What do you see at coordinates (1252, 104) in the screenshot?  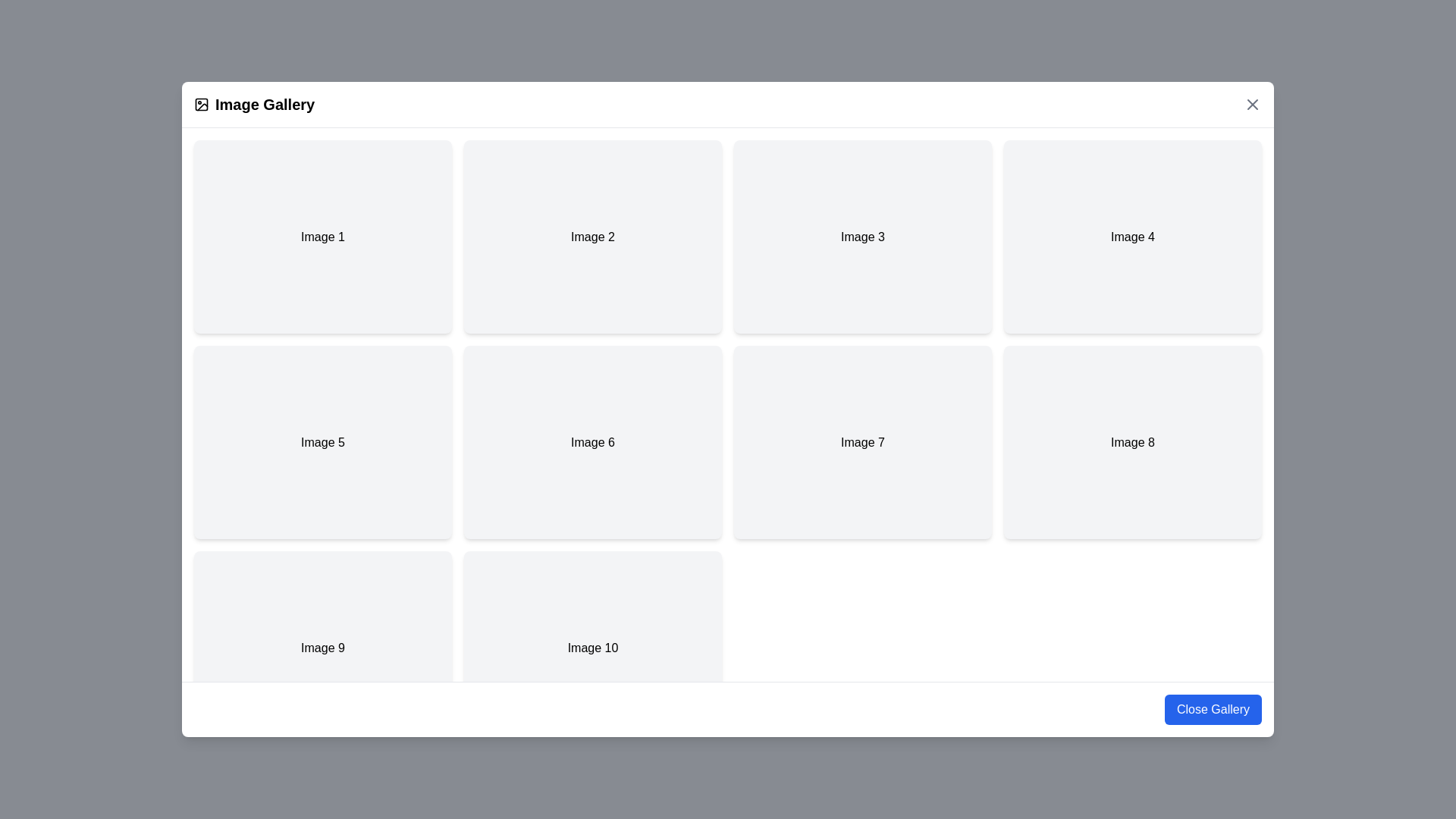 I see `the X button to close the gallery` at bounding box center [1252, 104].